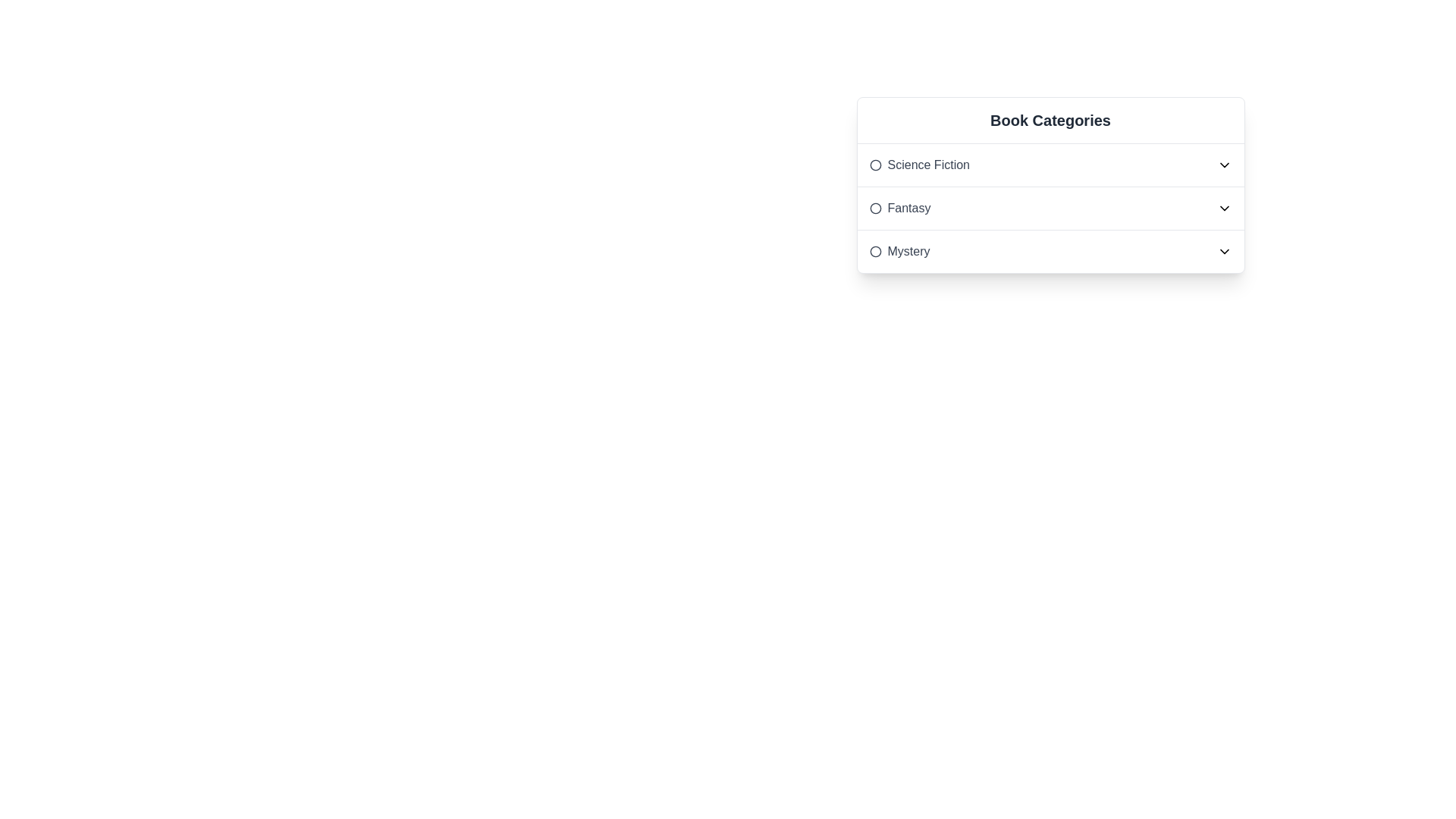 This screenshot has height=819, width=1456. Describe the element at coordinates (1050, 209) in the screenshot. I see `the 'Fantasy' dropdown list item` at that location.